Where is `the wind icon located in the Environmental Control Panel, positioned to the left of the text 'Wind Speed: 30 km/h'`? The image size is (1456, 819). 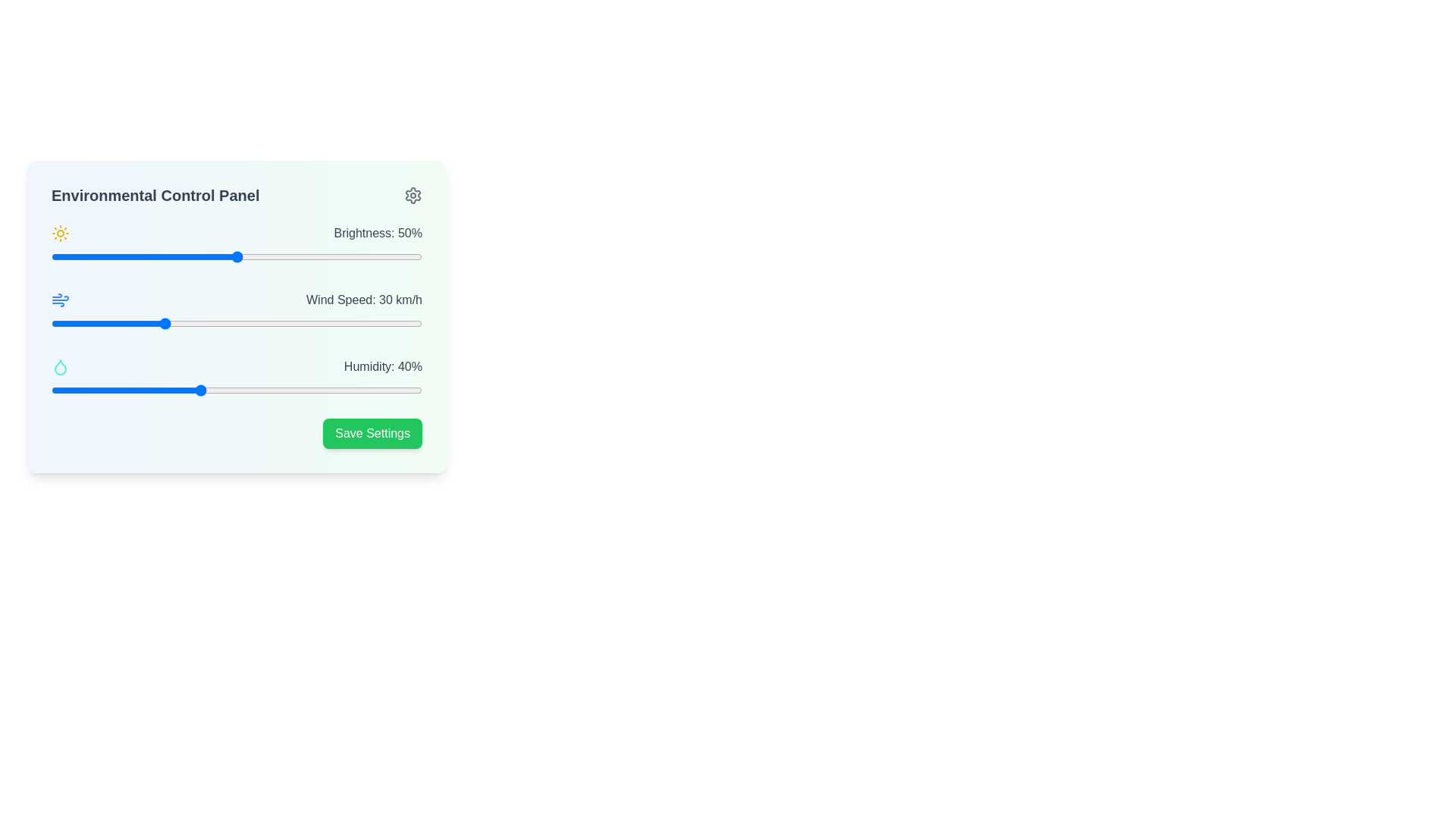 the wind icon located in the Environmental Control Panel, positioned to the left of the text 'Wind Speed: 30 km/h' is located at coordinates (61, 300).